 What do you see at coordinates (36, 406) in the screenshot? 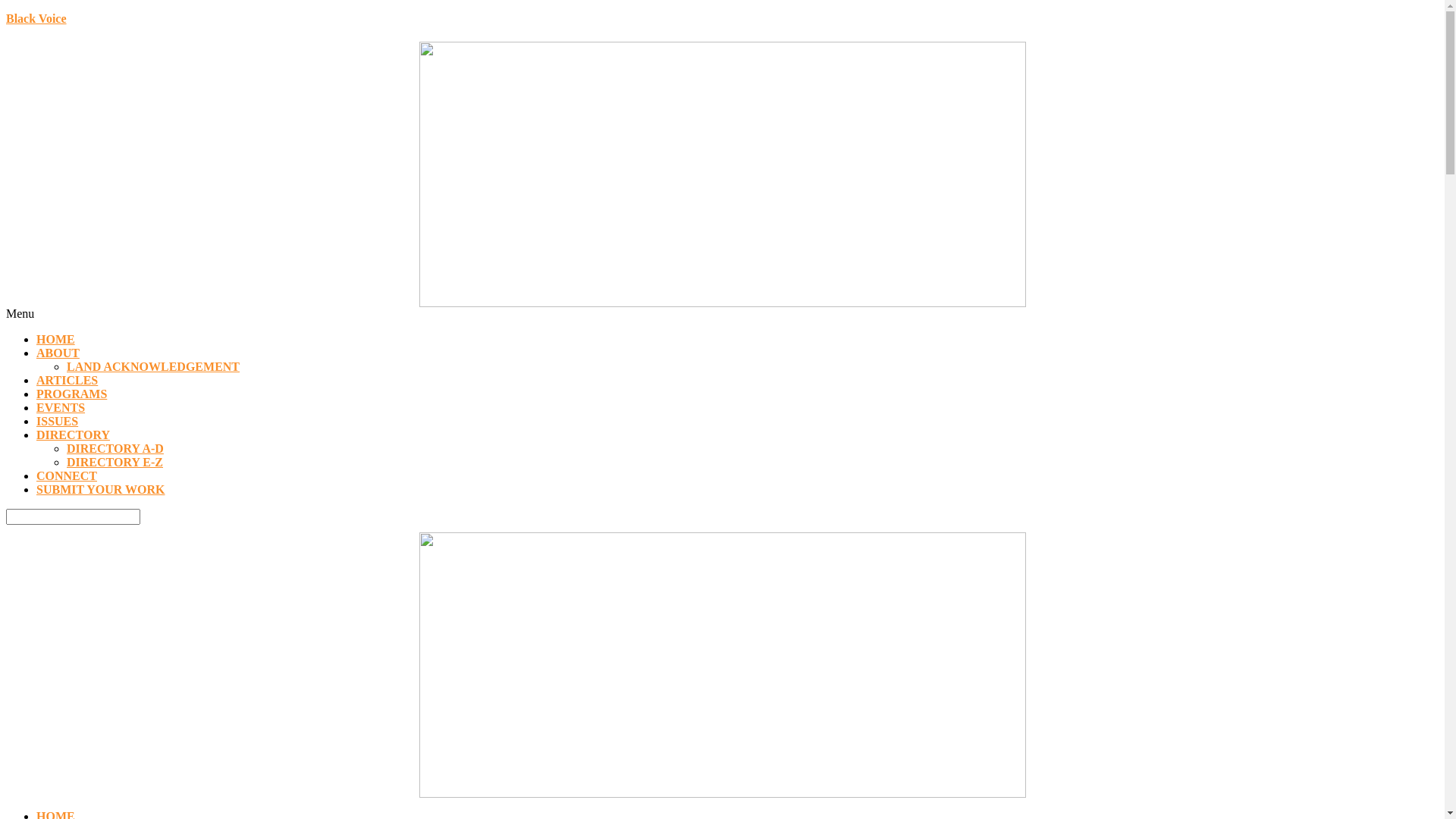
I see `'EVENTS'` at bounding box center [36, 406].